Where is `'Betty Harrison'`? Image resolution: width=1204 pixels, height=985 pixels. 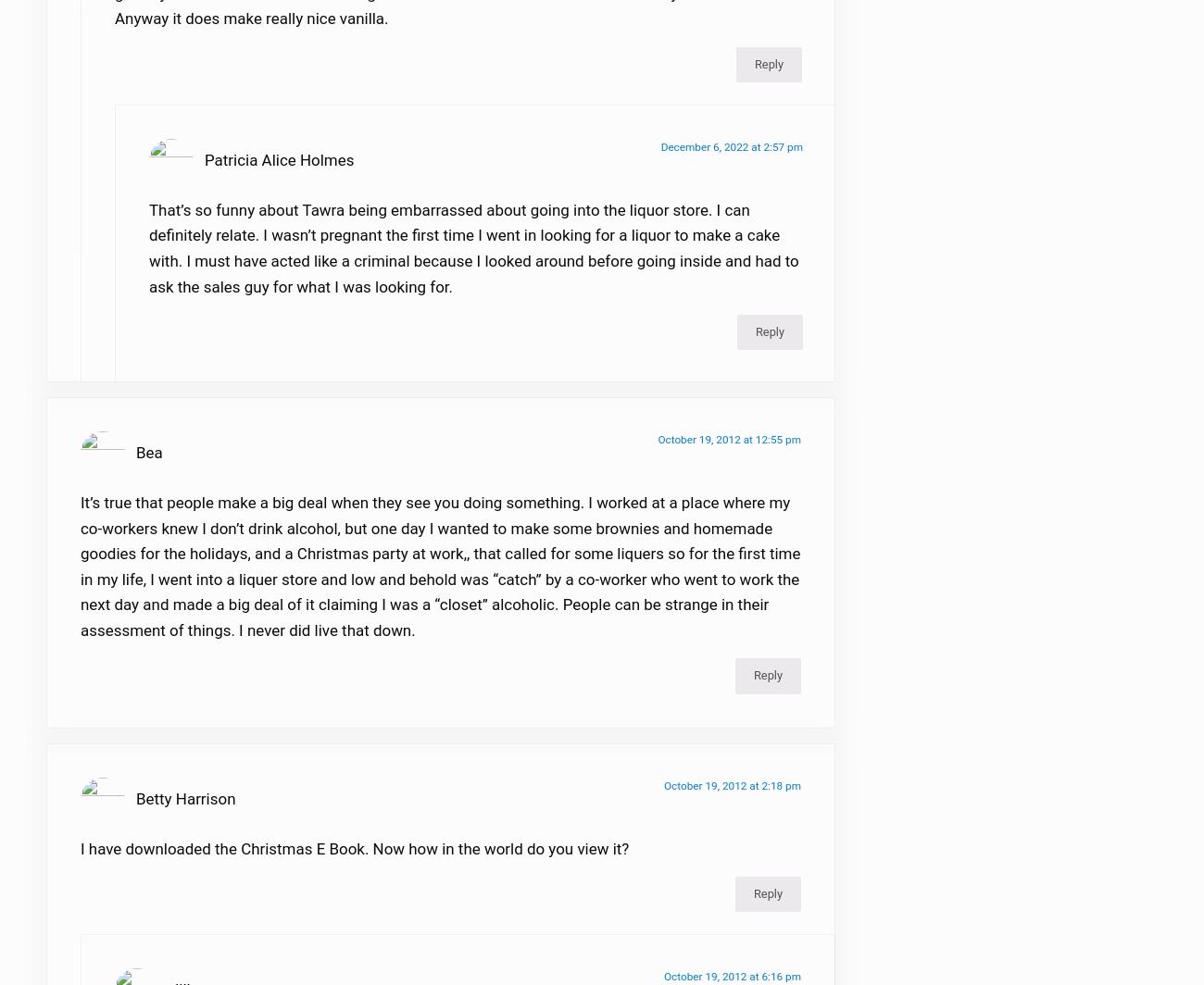
'Betty Harrison' is located at coordinates (135, 810).